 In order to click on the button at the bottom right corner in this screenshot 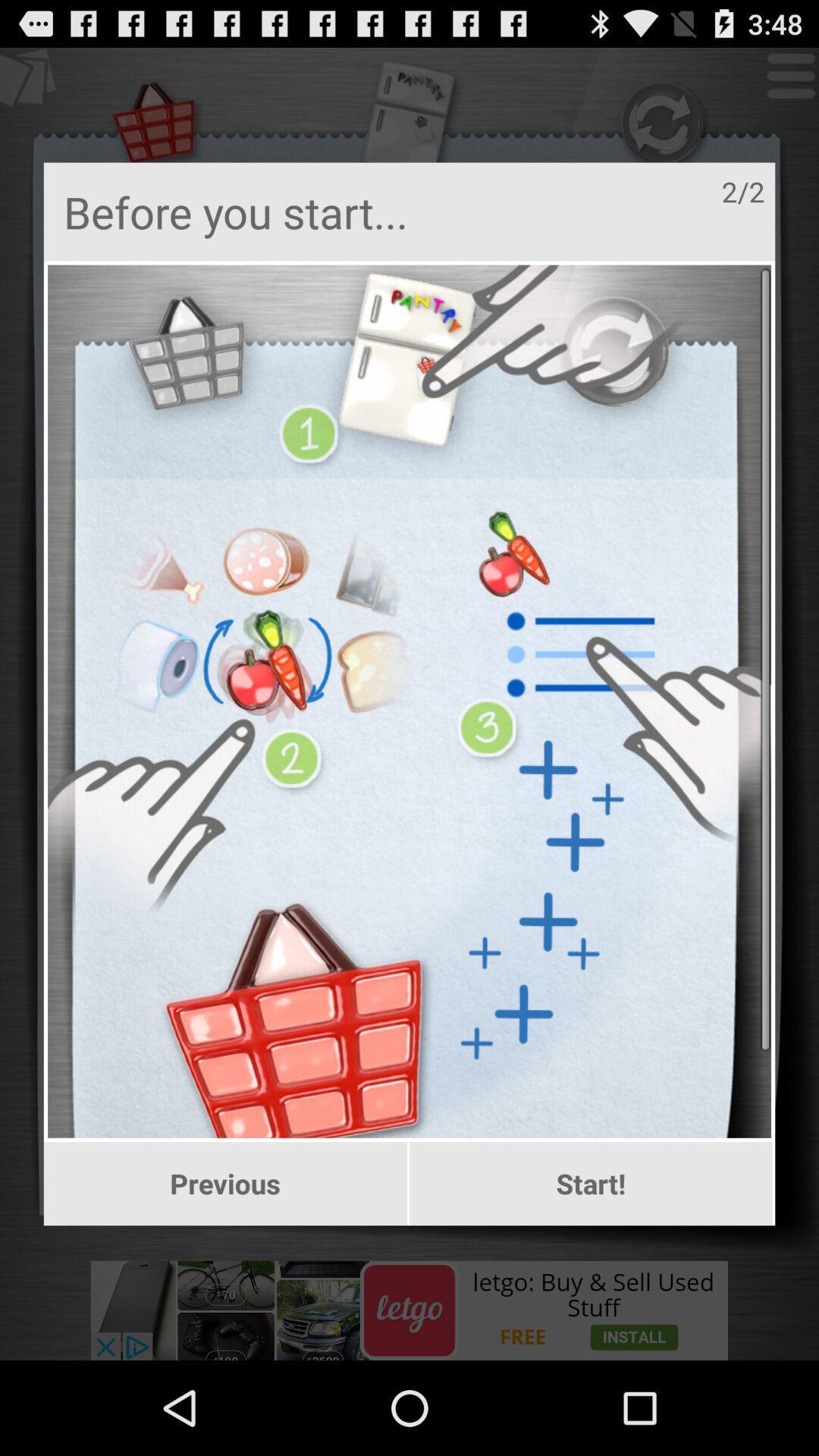, I will do `click(590, 1183)`.